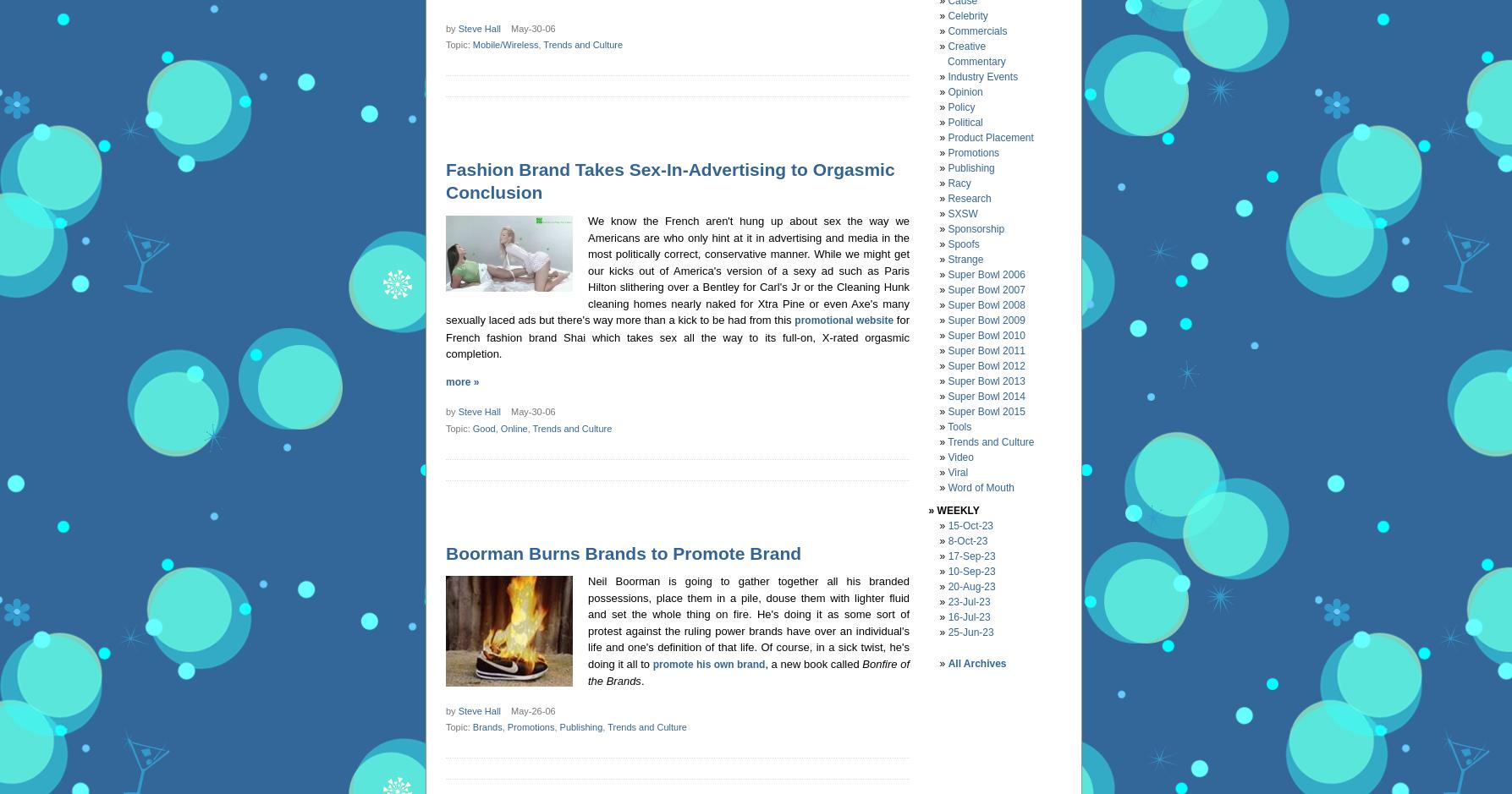 This screenshot has height=794, width=1512. I want to click on 'Industry Events', so click(947, 75).